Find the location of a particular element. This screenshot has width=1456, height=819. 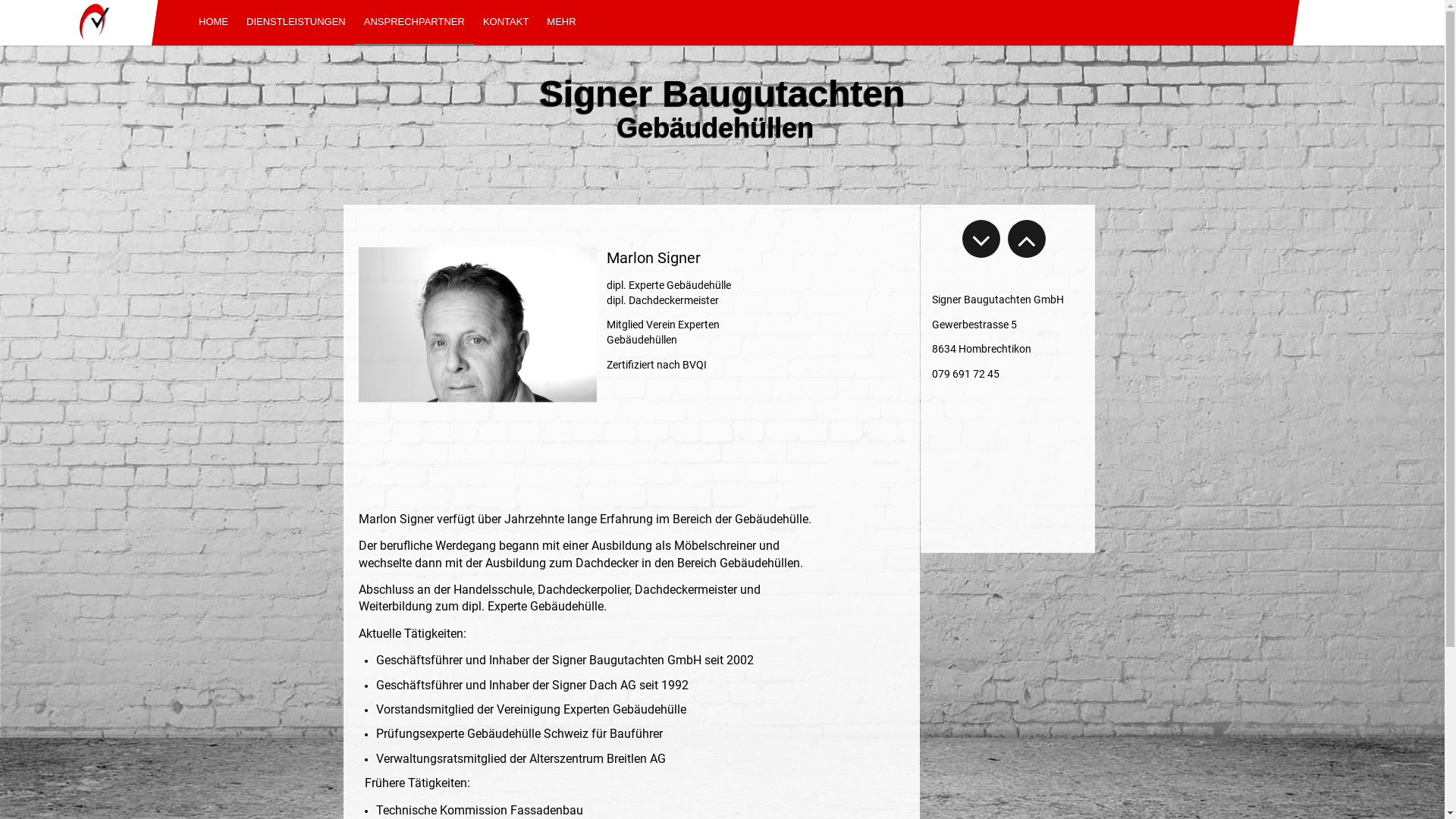

'KONTAKT' is located at coordinates (506, 22).